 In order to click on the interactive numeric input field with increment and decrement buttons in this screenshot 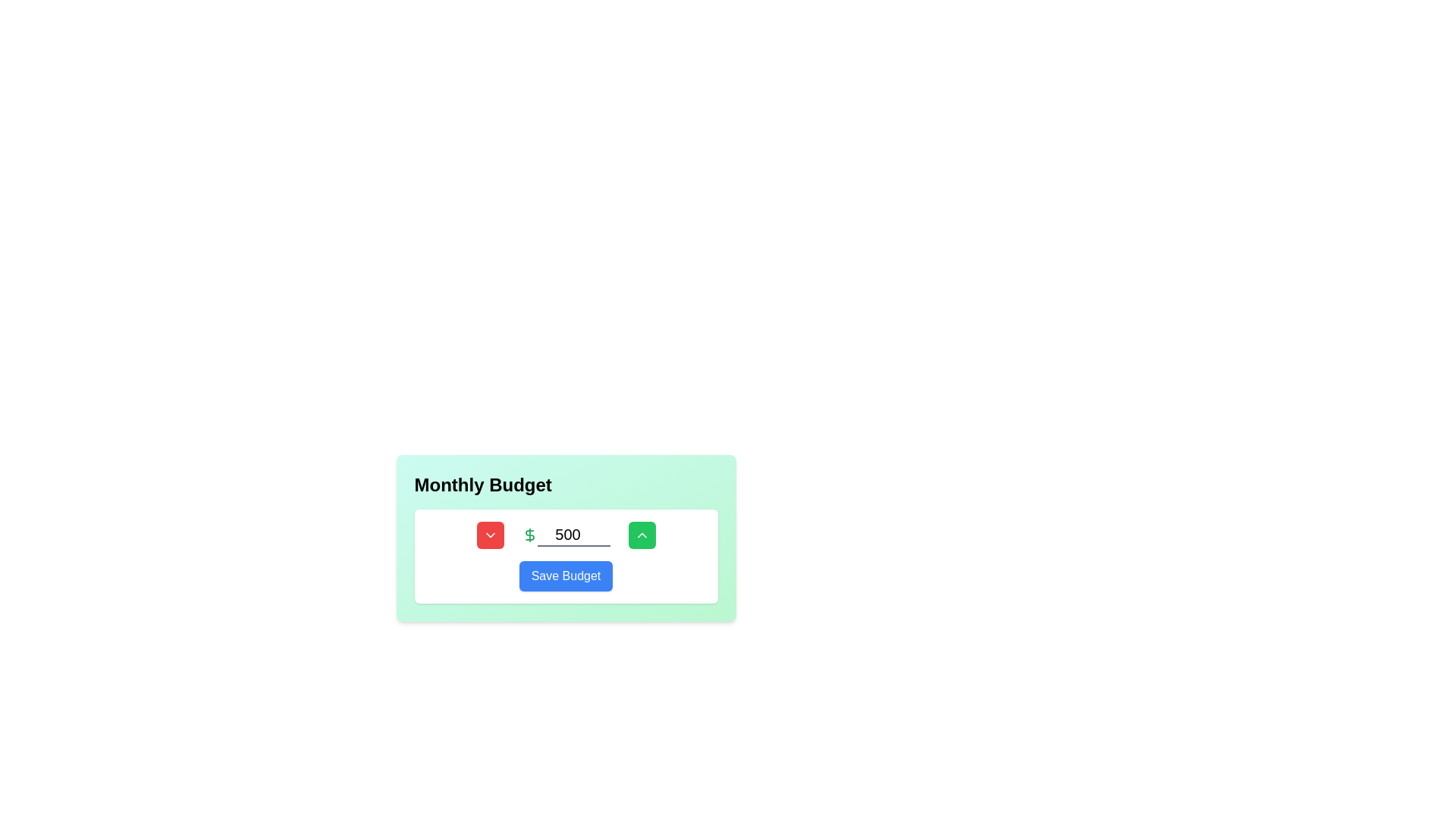, I will do `click(565, 534)`.